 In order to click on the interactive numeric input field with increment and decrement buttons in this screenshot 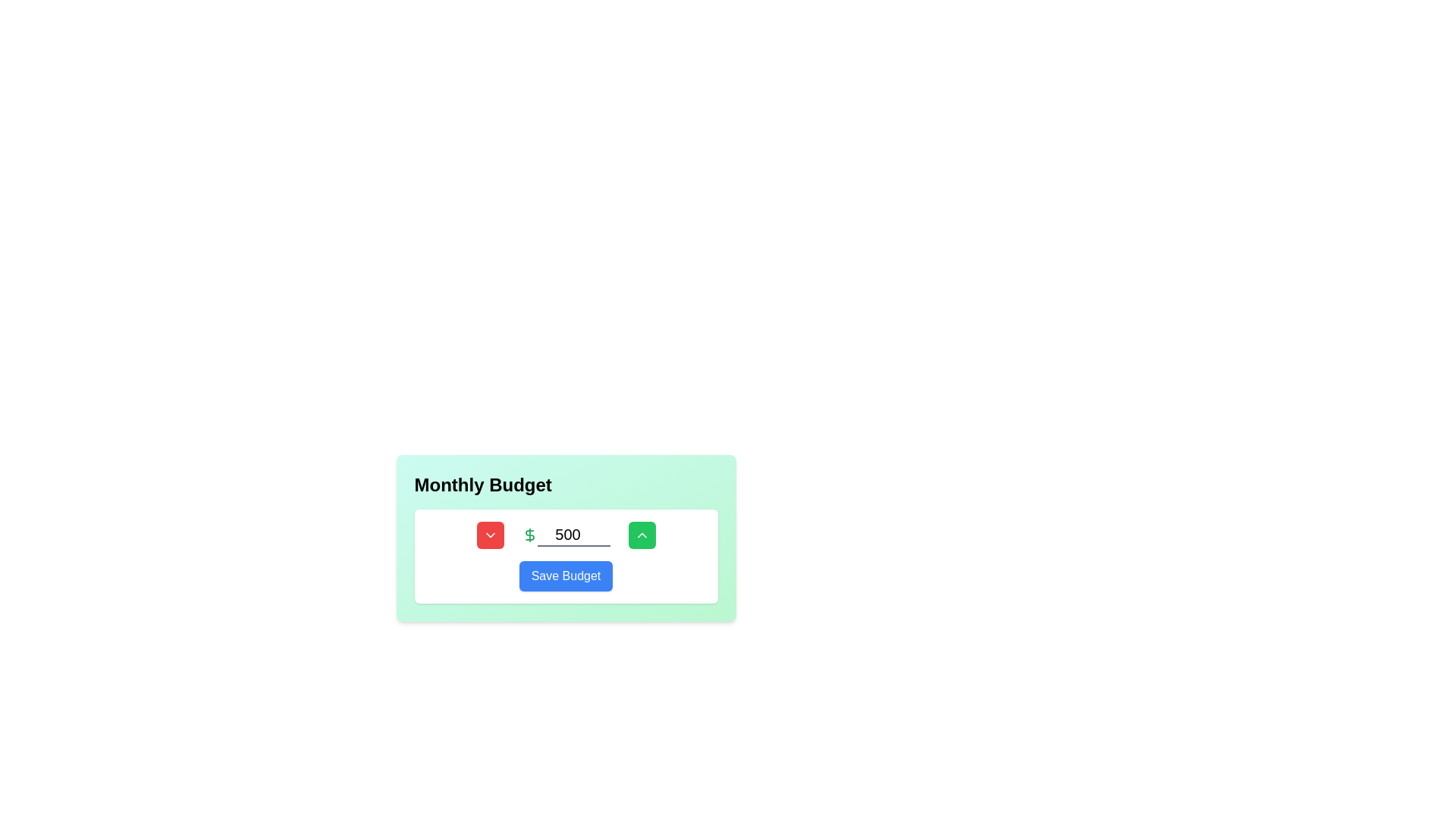, I will do `click(565, 534)`.